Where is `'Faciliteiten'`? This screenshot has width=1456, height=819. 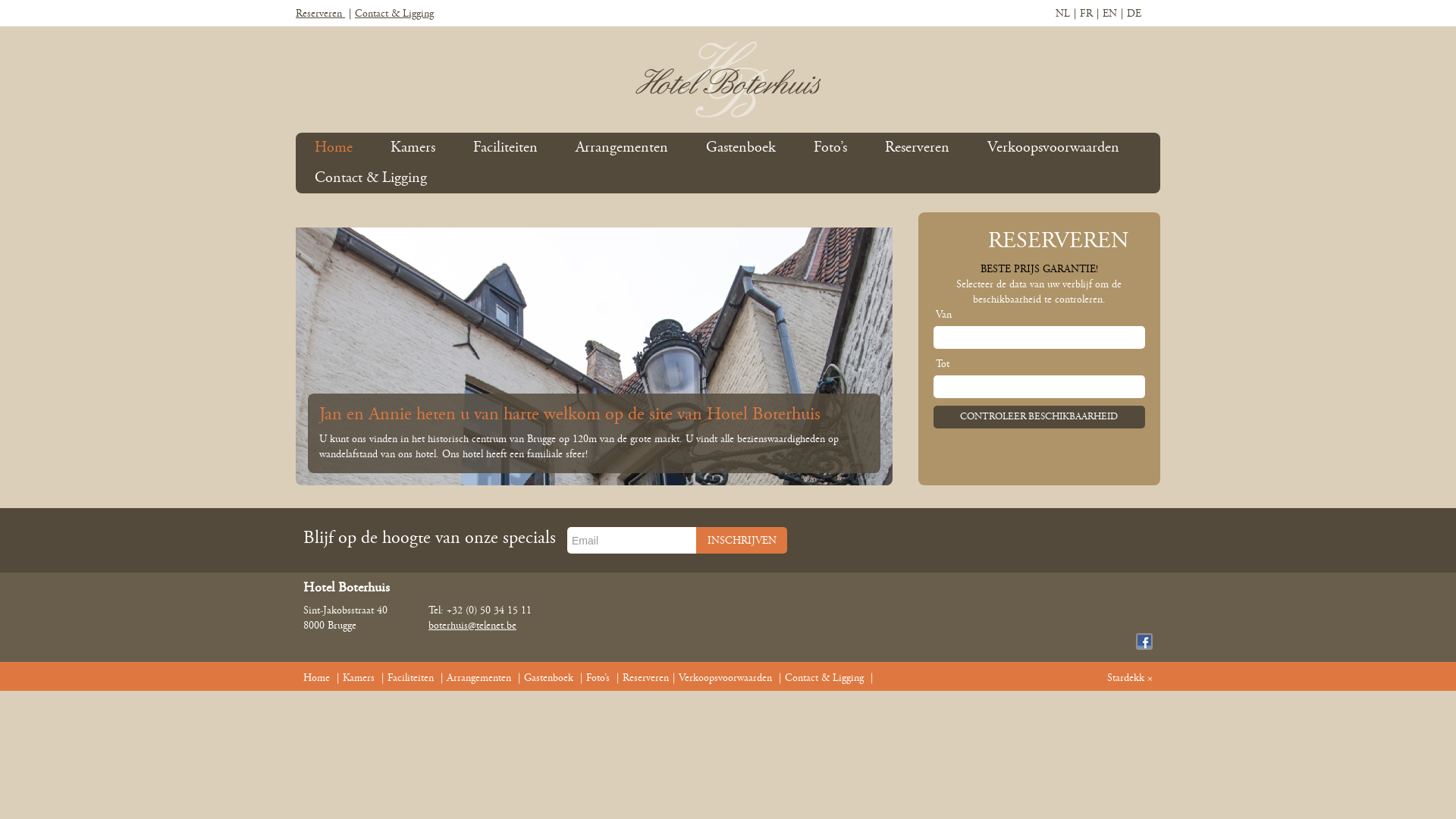
'Faciliteiten' is located at coordinates (505, 148).